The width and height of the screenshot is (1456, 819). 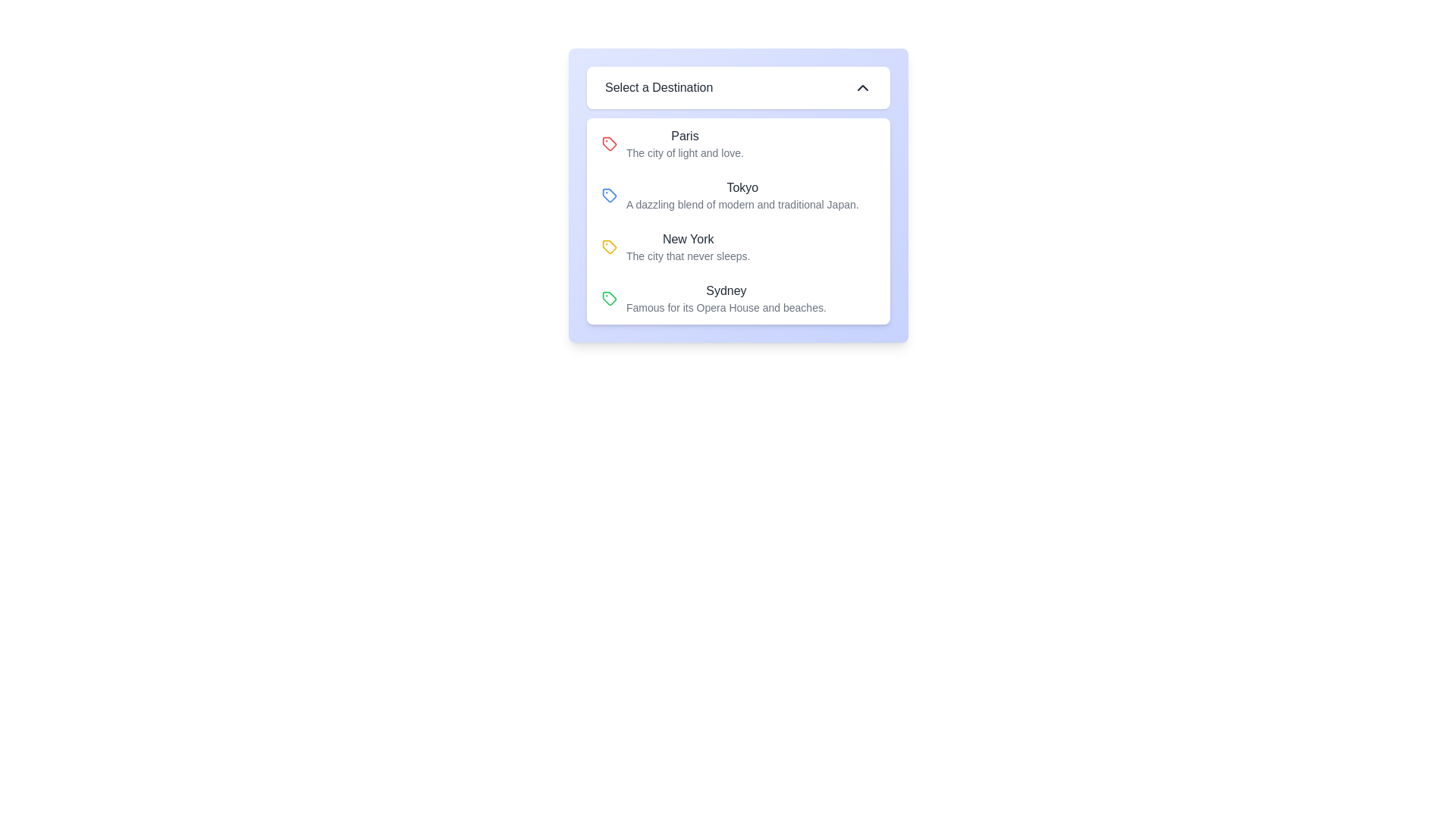 I want to click on the list item displaying 'New York', so click(x=687, y=246).